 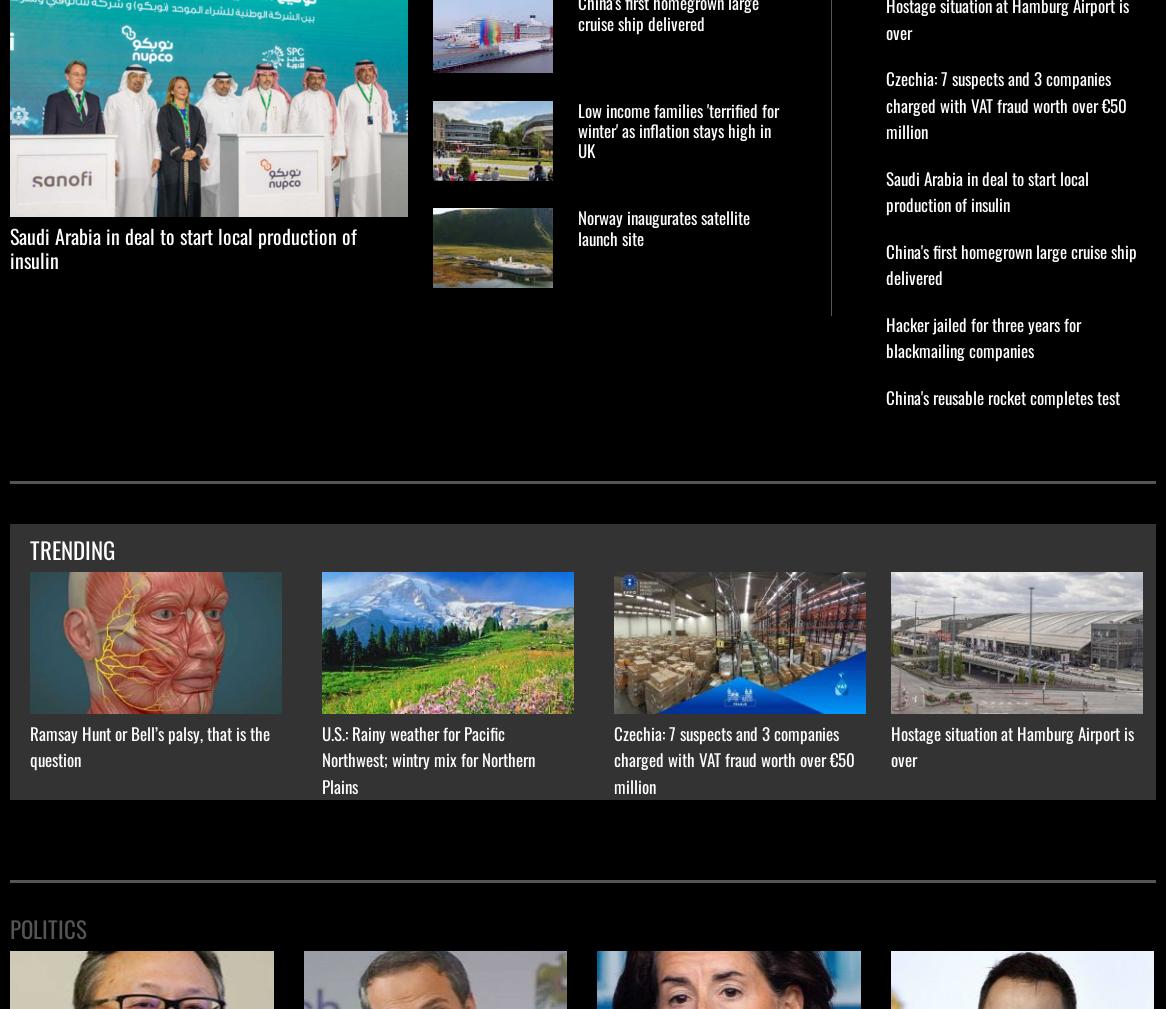 I want to click on 'TRENDING', so click(x=29, y=550).